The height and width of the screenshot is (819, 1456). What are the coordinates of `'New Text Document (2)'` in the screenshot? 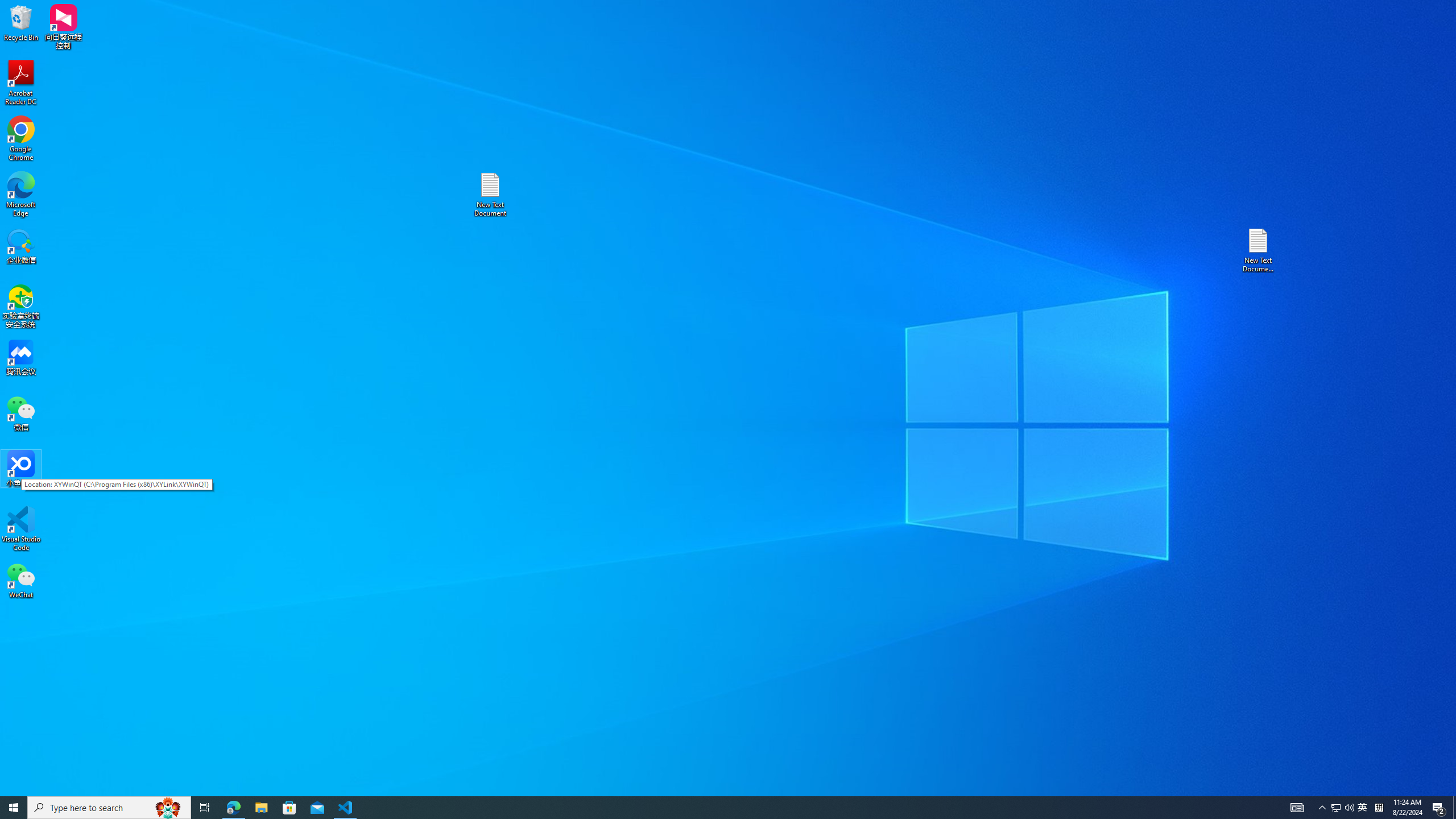 It's located at (1259, 249).